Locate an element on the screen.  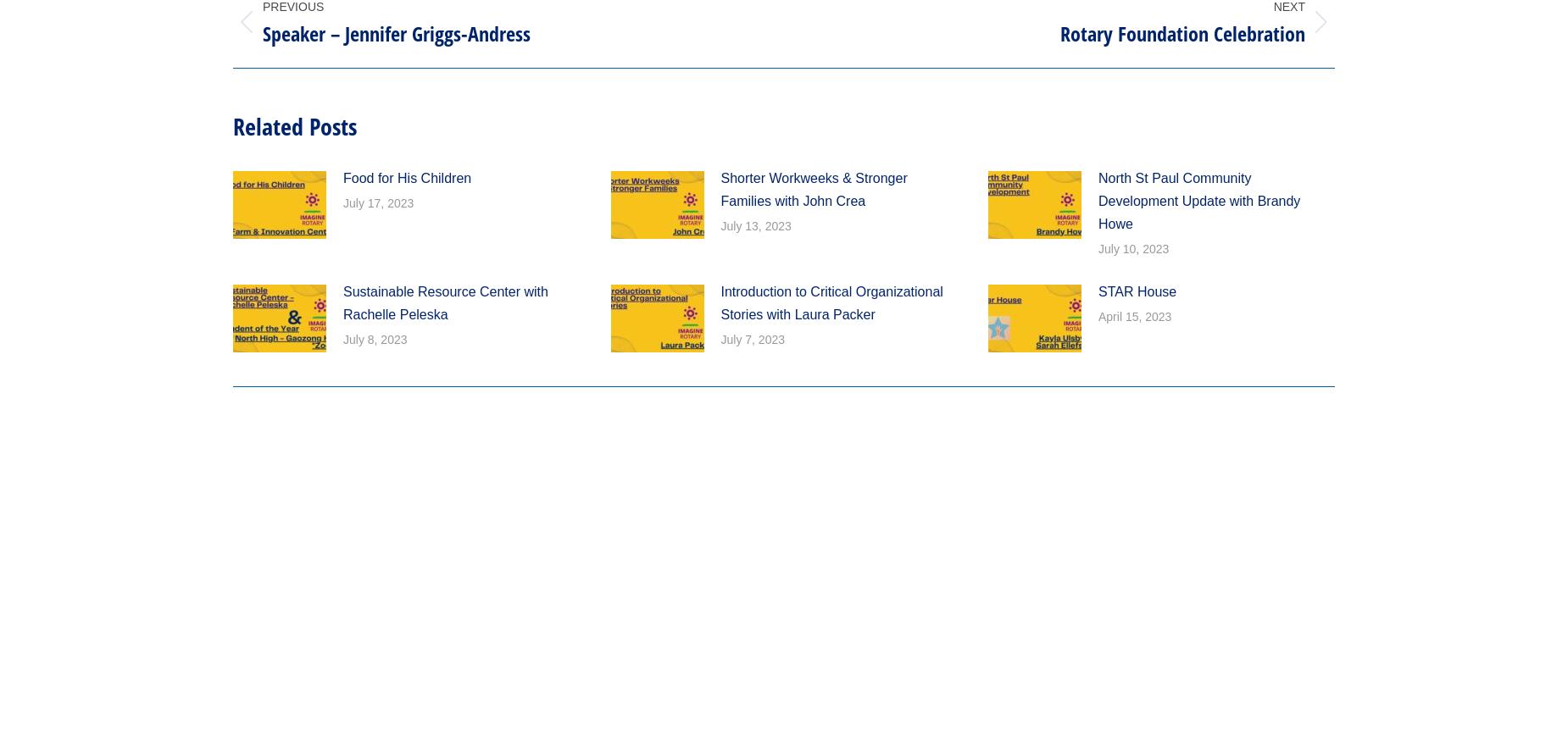
'PO Box 9248' is located at coordinates (541, 57).